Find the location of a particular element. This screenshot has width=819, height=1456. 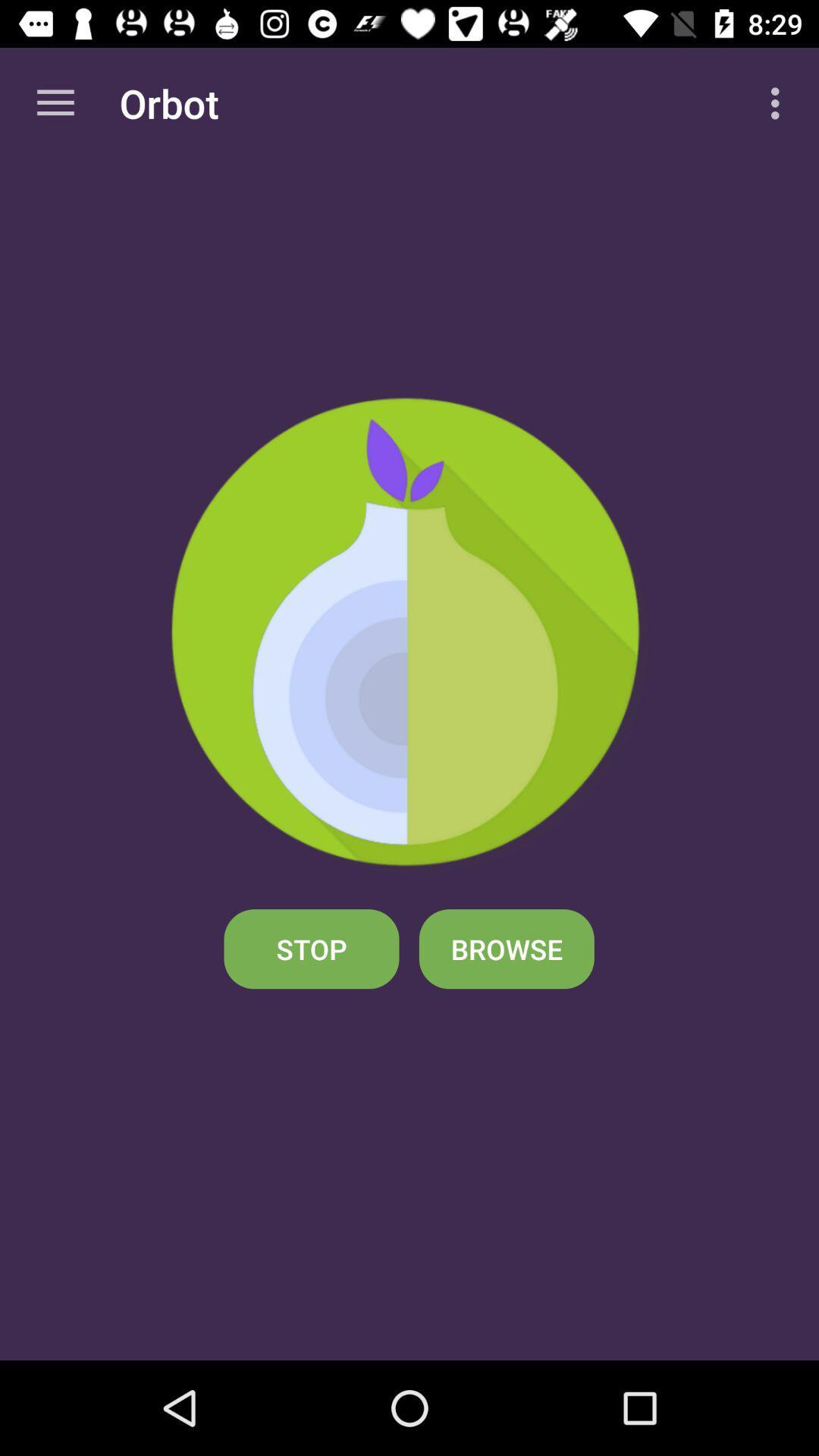

the icon to the right of stop icon is located at coordinates (507, 948).